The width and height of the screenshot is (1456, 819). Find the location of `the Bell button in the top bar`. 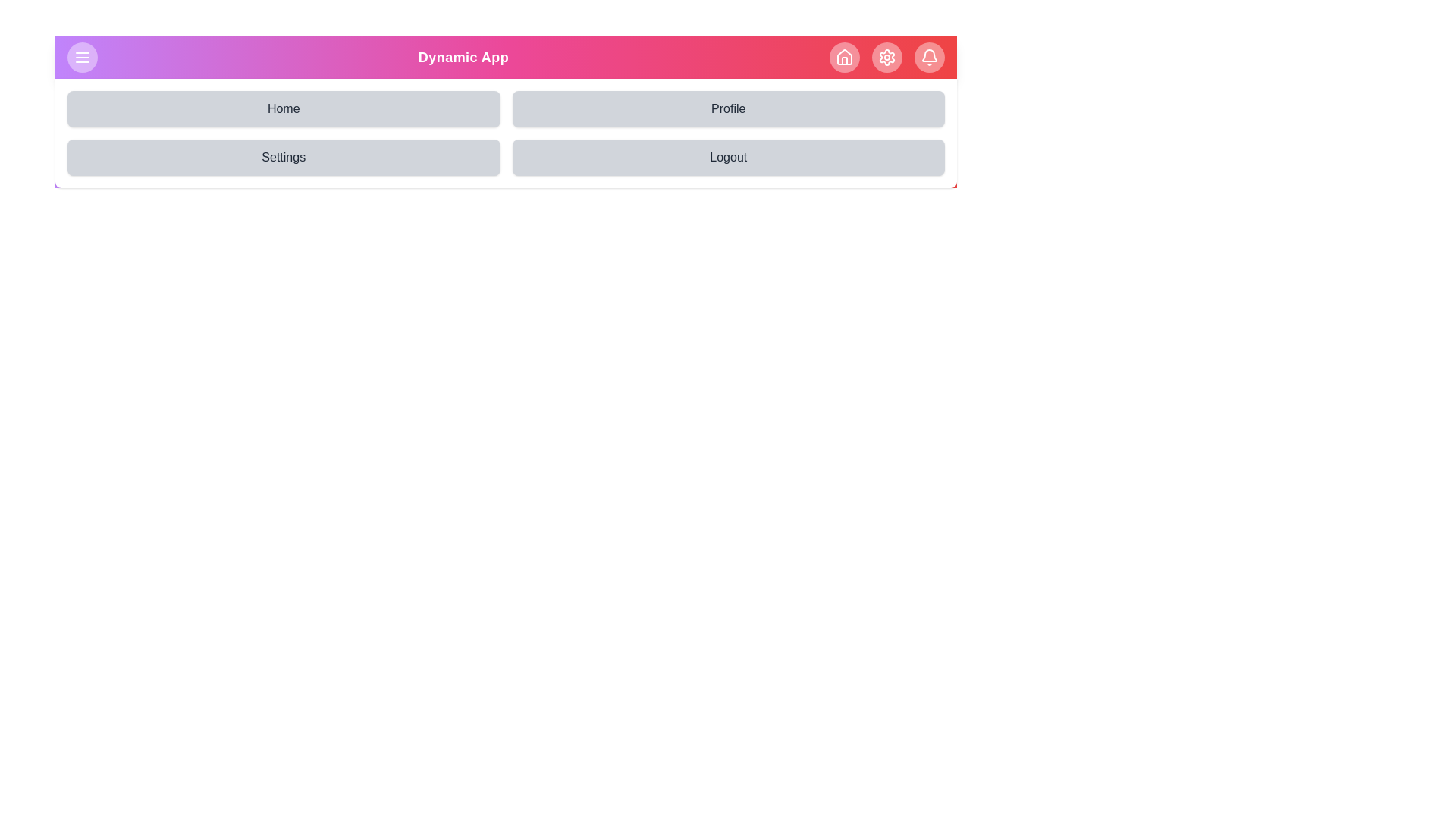

the Bell button in the top bar is located at coordinates (928, 57).